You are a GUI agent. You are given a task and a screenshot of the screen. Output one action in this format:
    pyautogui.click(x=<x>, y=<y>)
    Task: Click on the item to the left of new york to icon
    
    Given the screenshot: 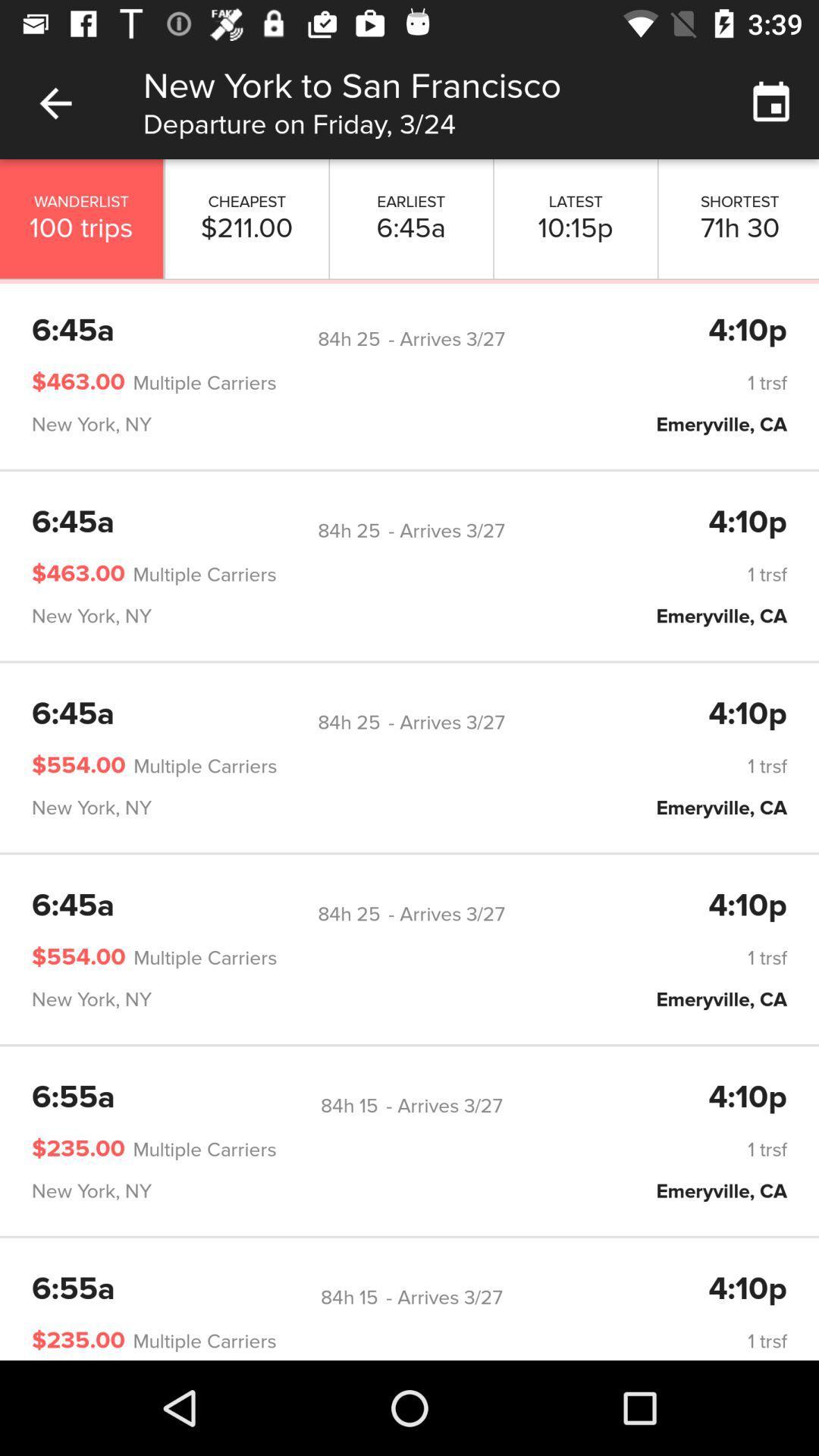 What is the action you would take?
    pyautogui.click(x=55, y=102)
    